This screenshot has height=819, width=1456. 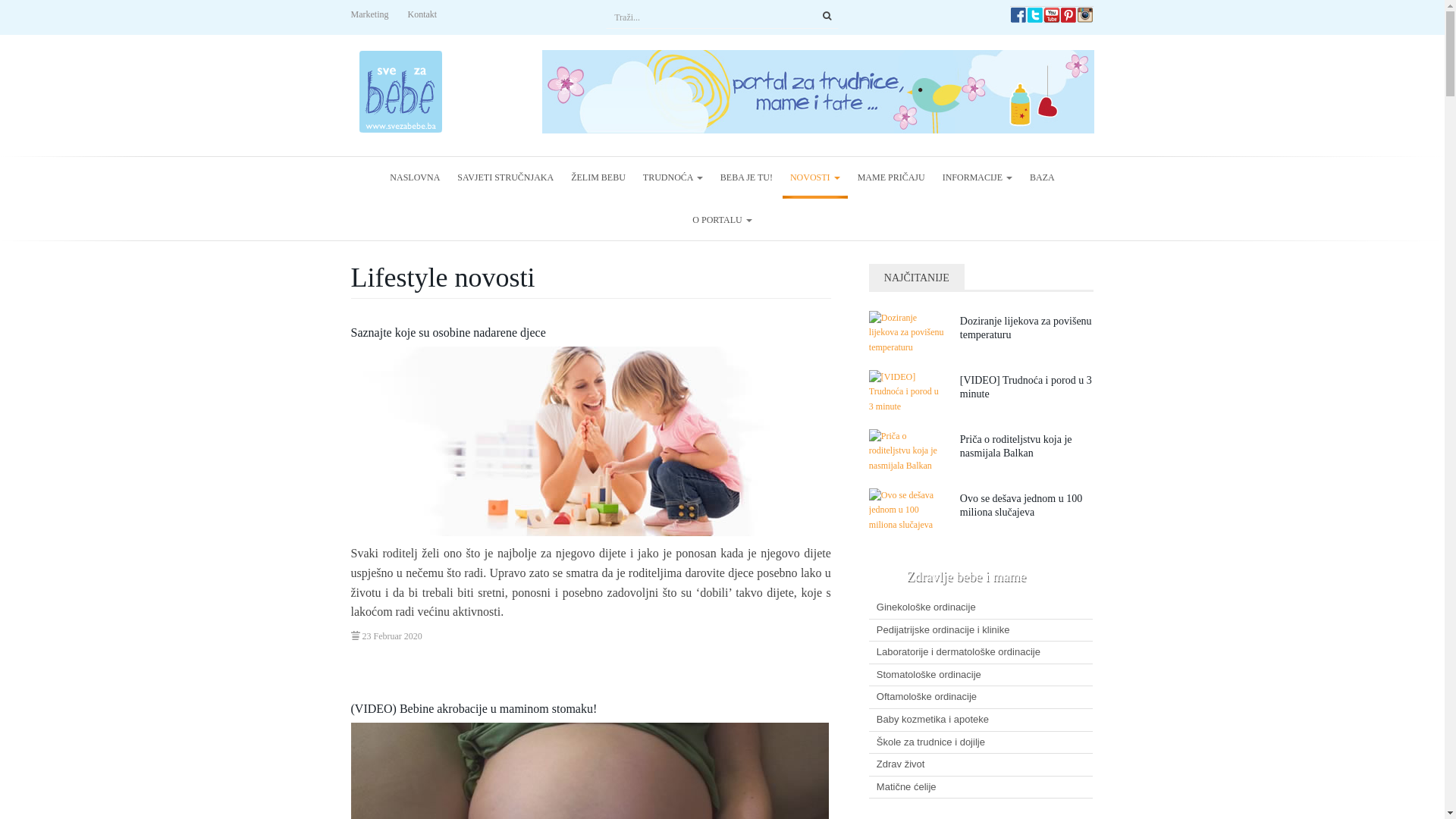 I want to click on 'BAZA', so click(x=1022, y=177).